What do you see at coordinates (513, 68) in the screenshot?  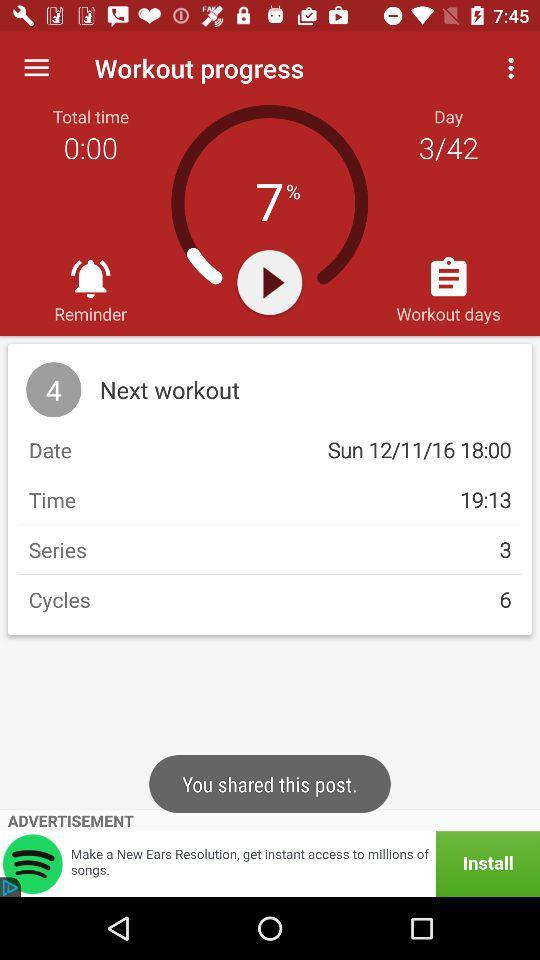 I see `the icon above workout days` at bounding box center [513, 68].